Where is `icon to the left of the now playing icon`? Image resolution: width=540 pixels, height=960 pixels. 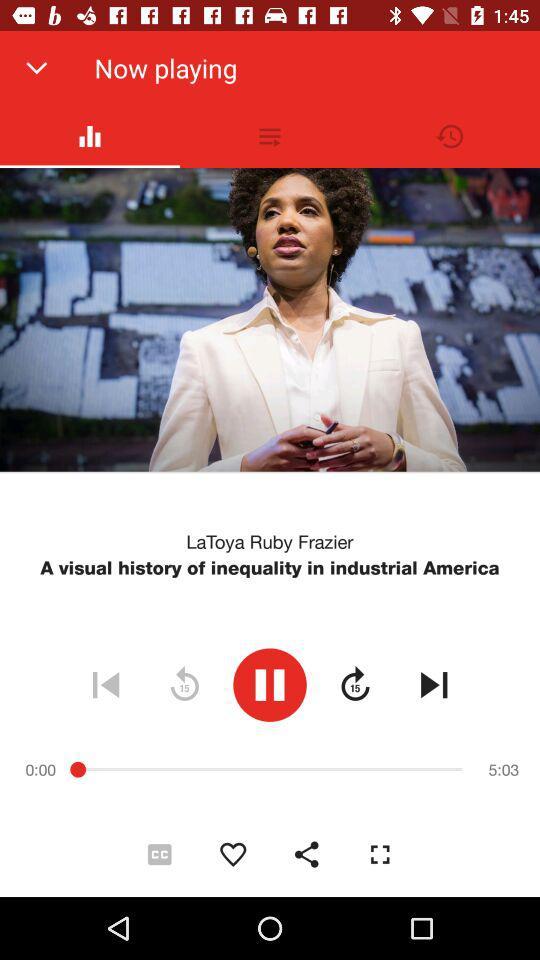 icon to the left of the now playing icon is located at coordinates (36, 68).